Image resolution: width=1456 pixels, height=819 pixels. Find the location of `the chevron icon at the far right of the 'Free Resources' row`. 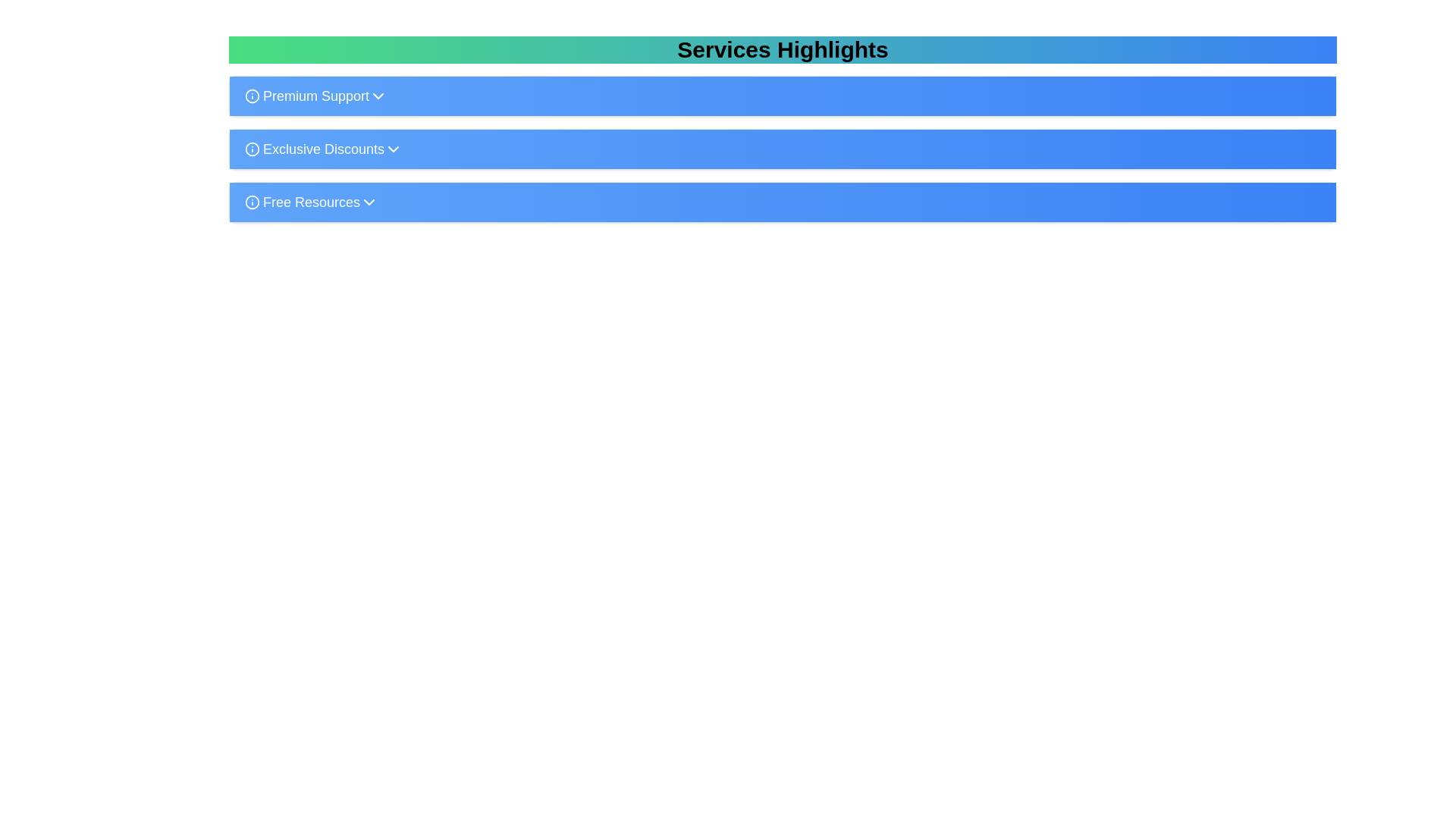

the chevron icon at the far right of the 'Free Resources' row is located at coordinates (369, 201).